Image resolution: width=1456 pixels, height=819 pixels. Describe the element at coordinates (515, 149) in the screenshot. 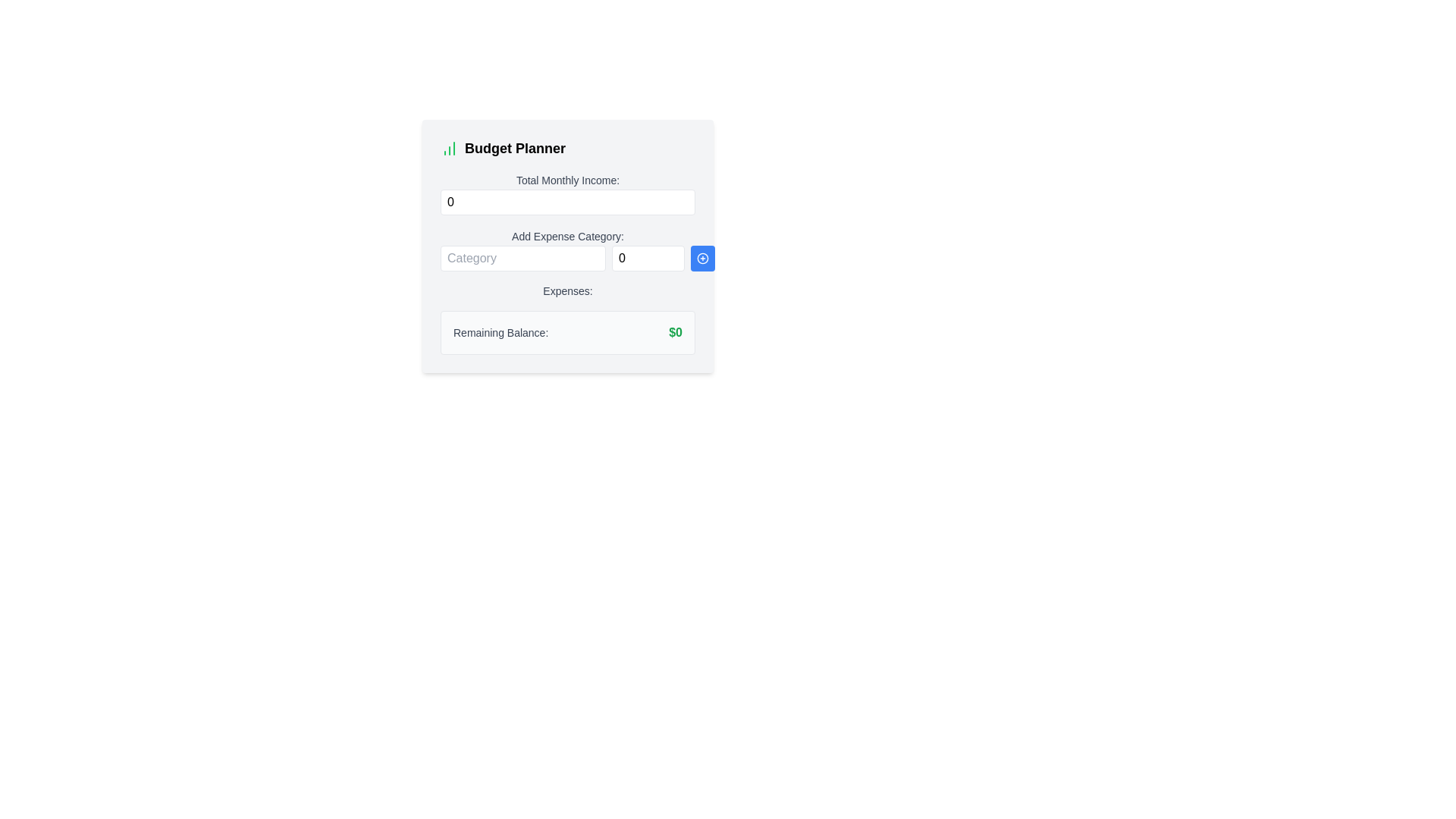

I see `text from the 'Budget Planner' label, which is displayed in bold and larger font size, located near the top of the interface` at that location.